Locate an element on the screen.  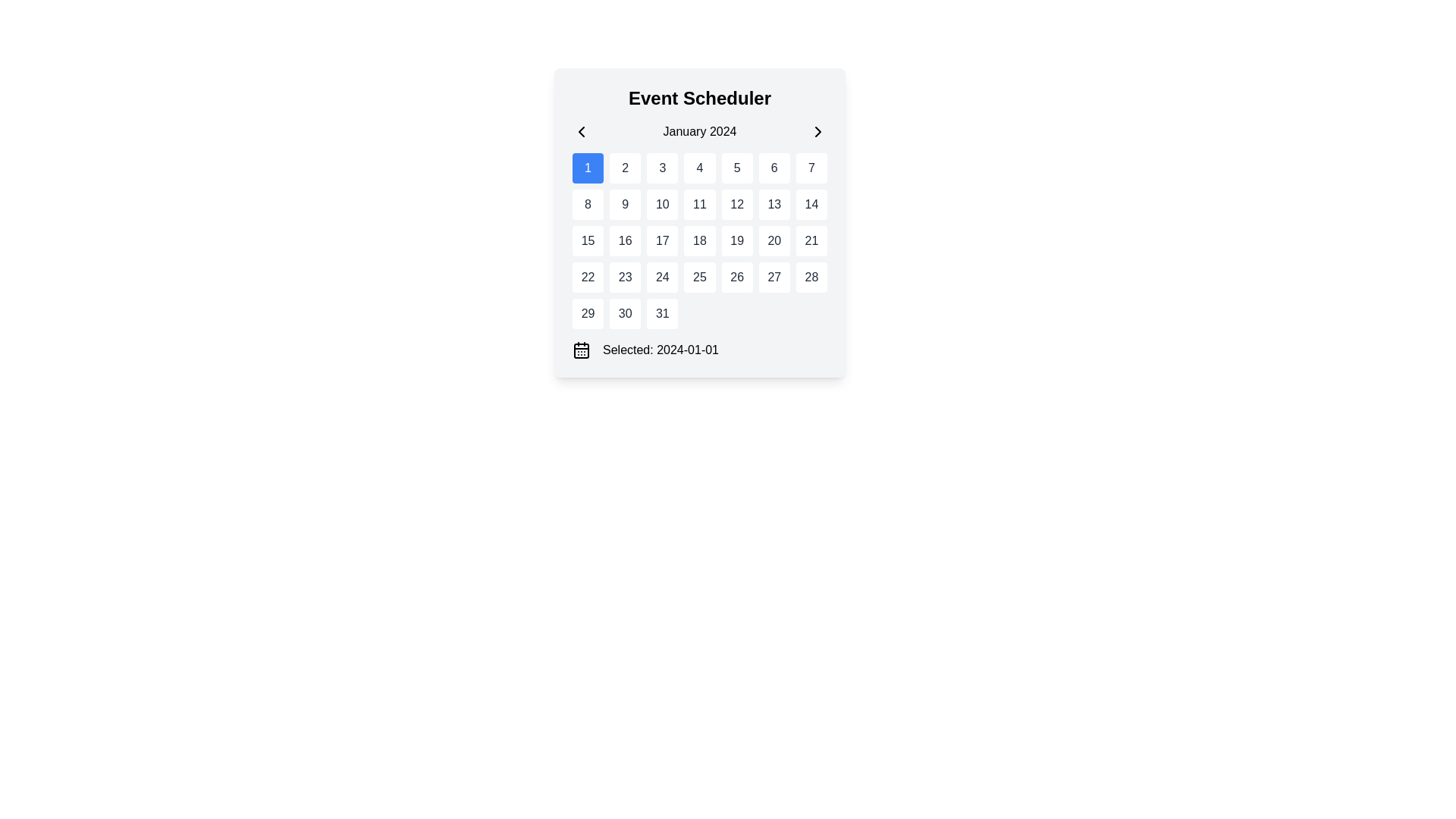
a date in the Calendar Widget by clicking on it, located in the center of the modal box is located at coordinates (698, 222).